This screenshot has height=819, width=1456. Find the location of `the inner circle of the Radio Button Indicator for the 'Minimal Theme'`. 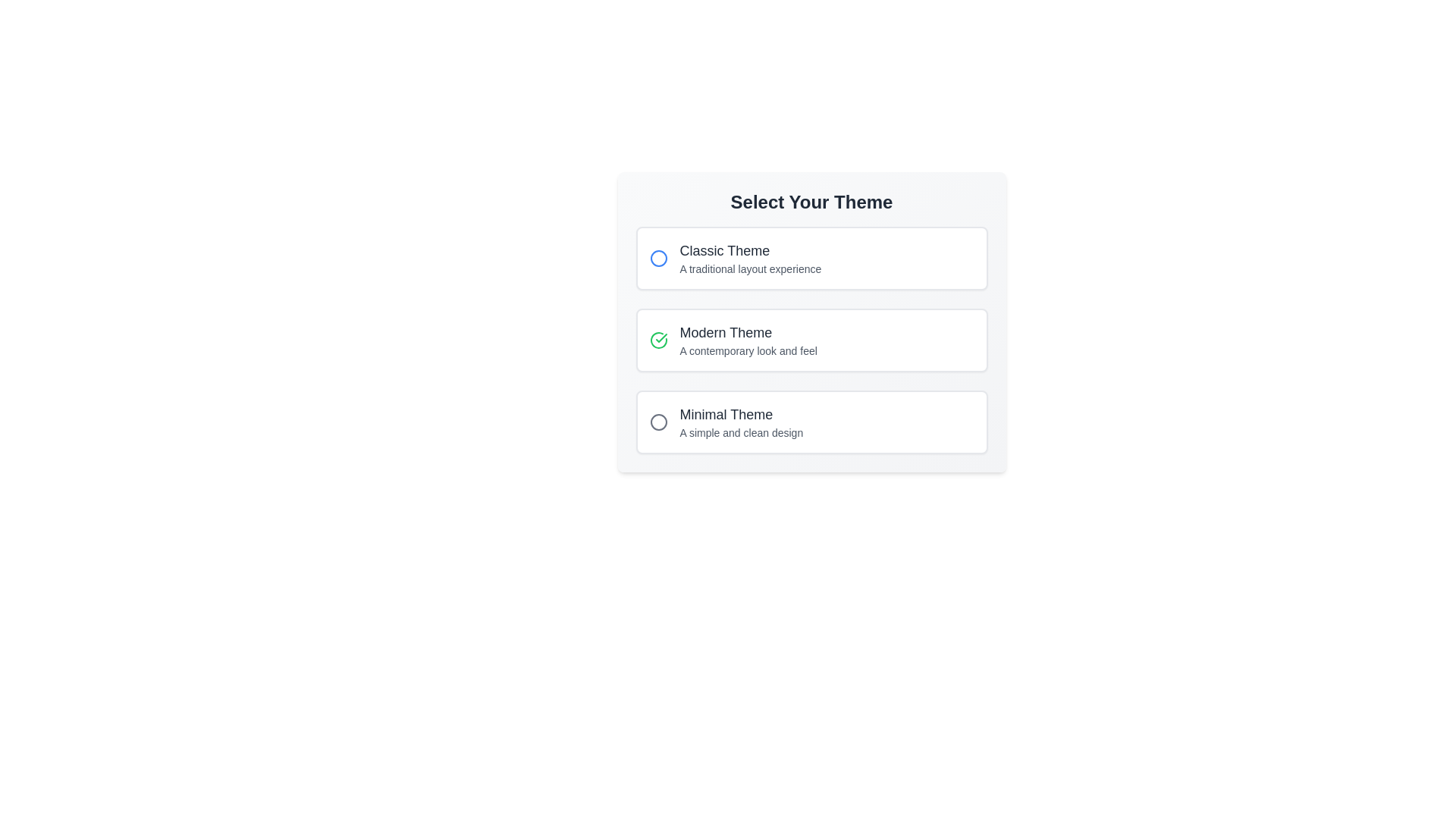

the inner circle of the Radio Button Indicator for the 'Minimal Theme' is located at coordinates (658, 422).